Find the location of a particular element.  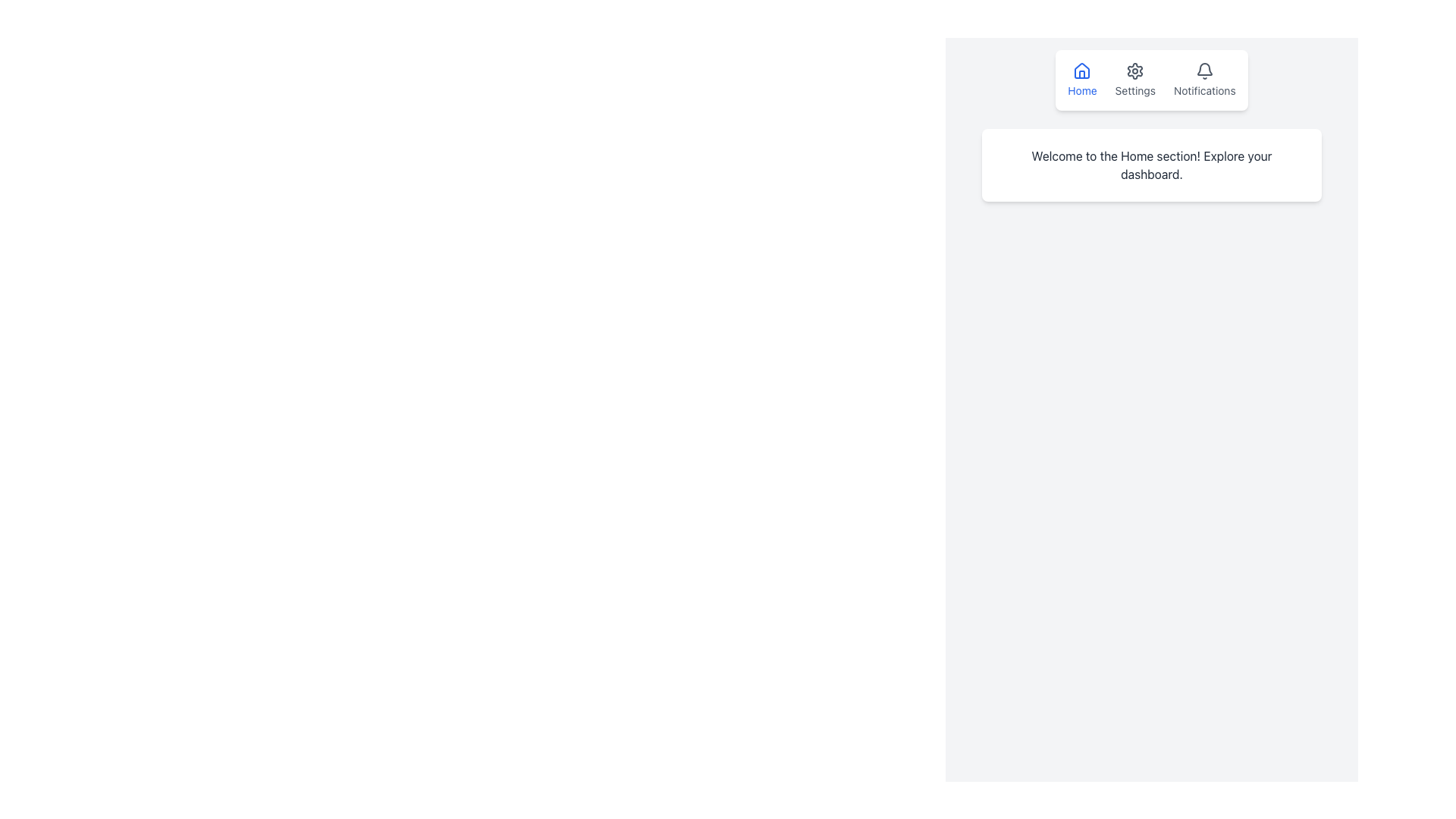

the gear-shaped icon button in the toolbar is located at coordinates (1135, 71).